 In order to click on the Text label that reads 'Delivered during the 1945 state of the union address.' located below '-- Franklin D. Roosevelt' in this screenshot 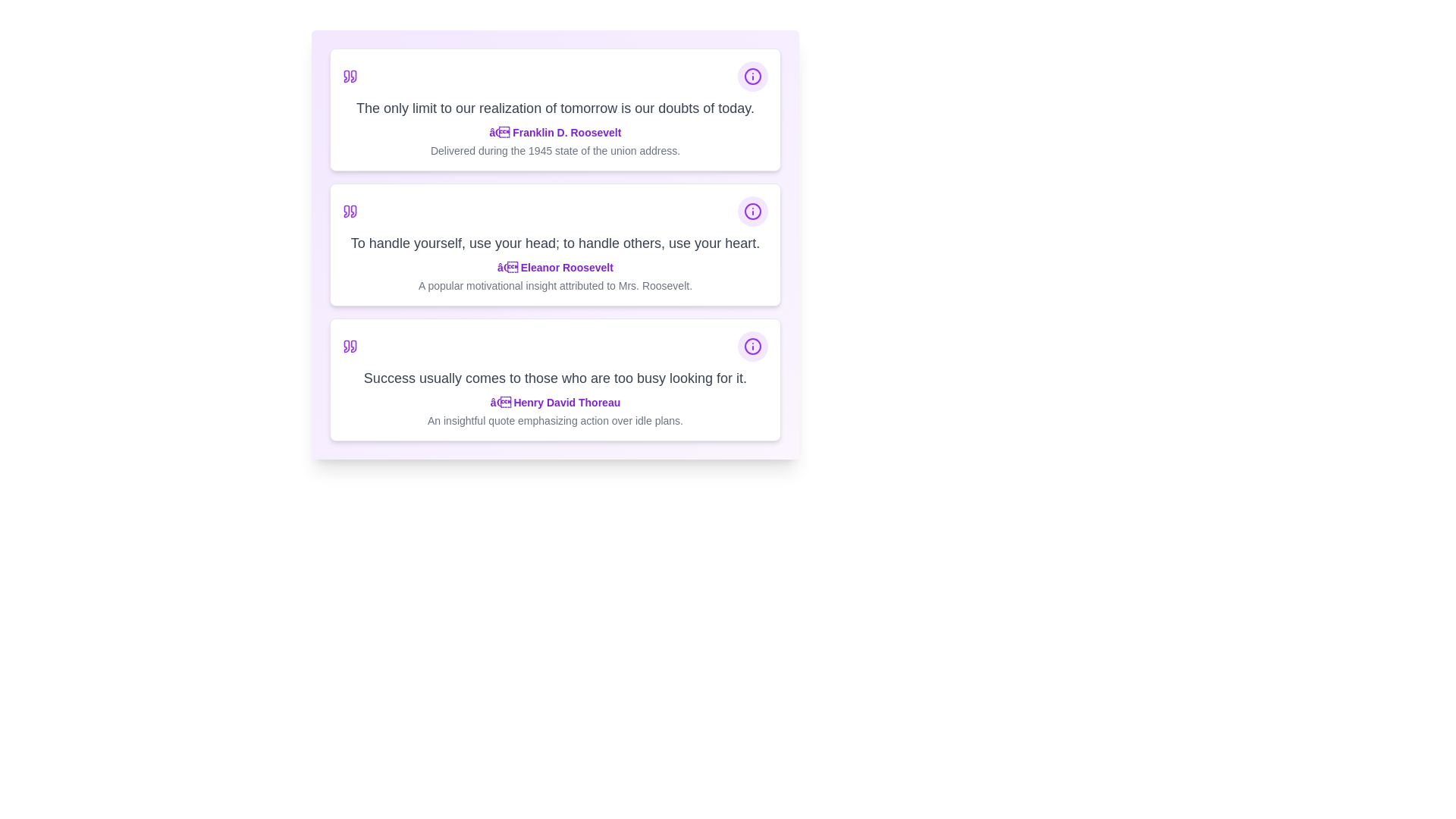, I will do `click(554, 151)`.